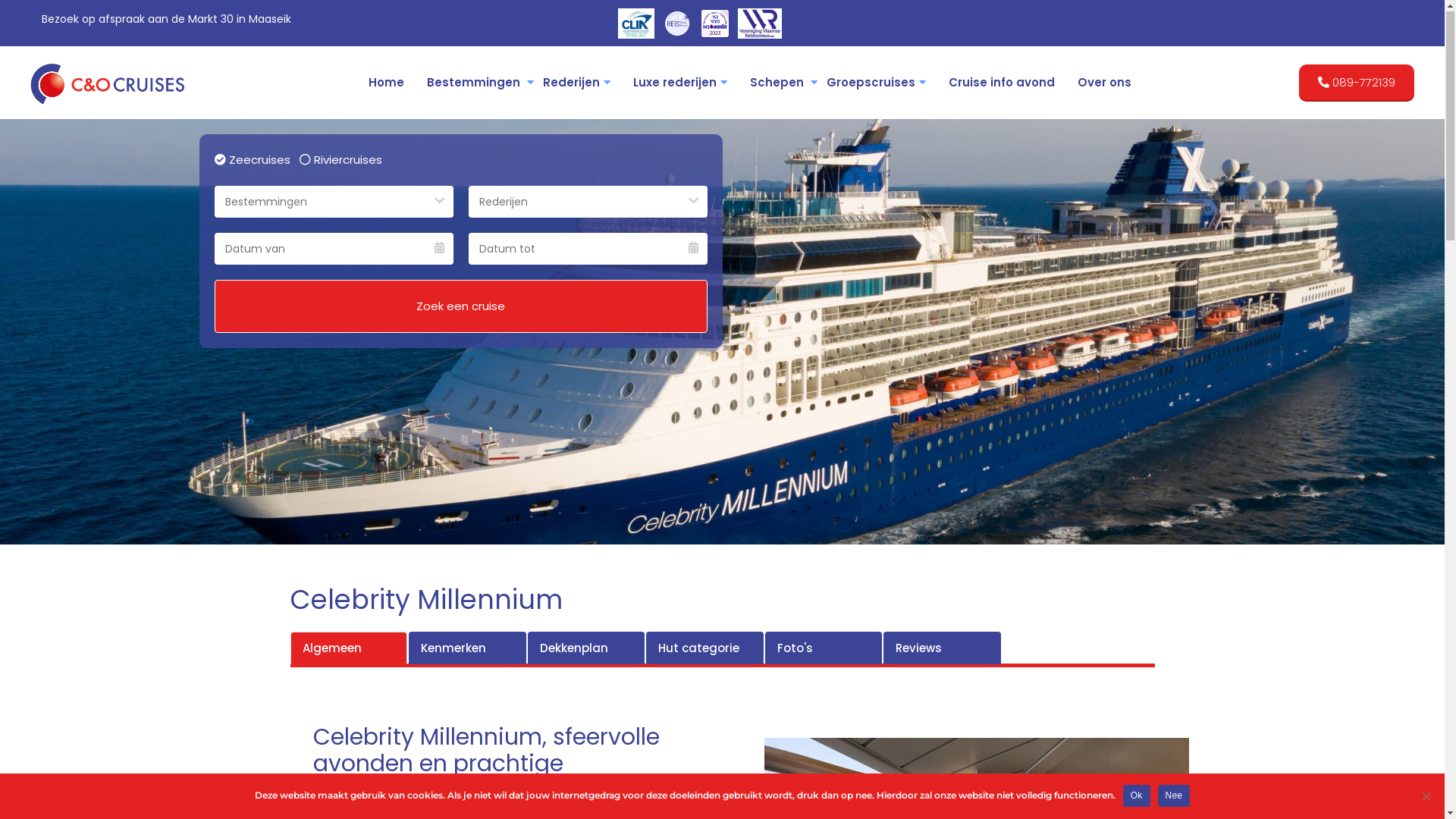  What do you see at coordinates (1104, 83) in the screenshot?
I see `'Over ons'` at bounding box center [1104, 83].